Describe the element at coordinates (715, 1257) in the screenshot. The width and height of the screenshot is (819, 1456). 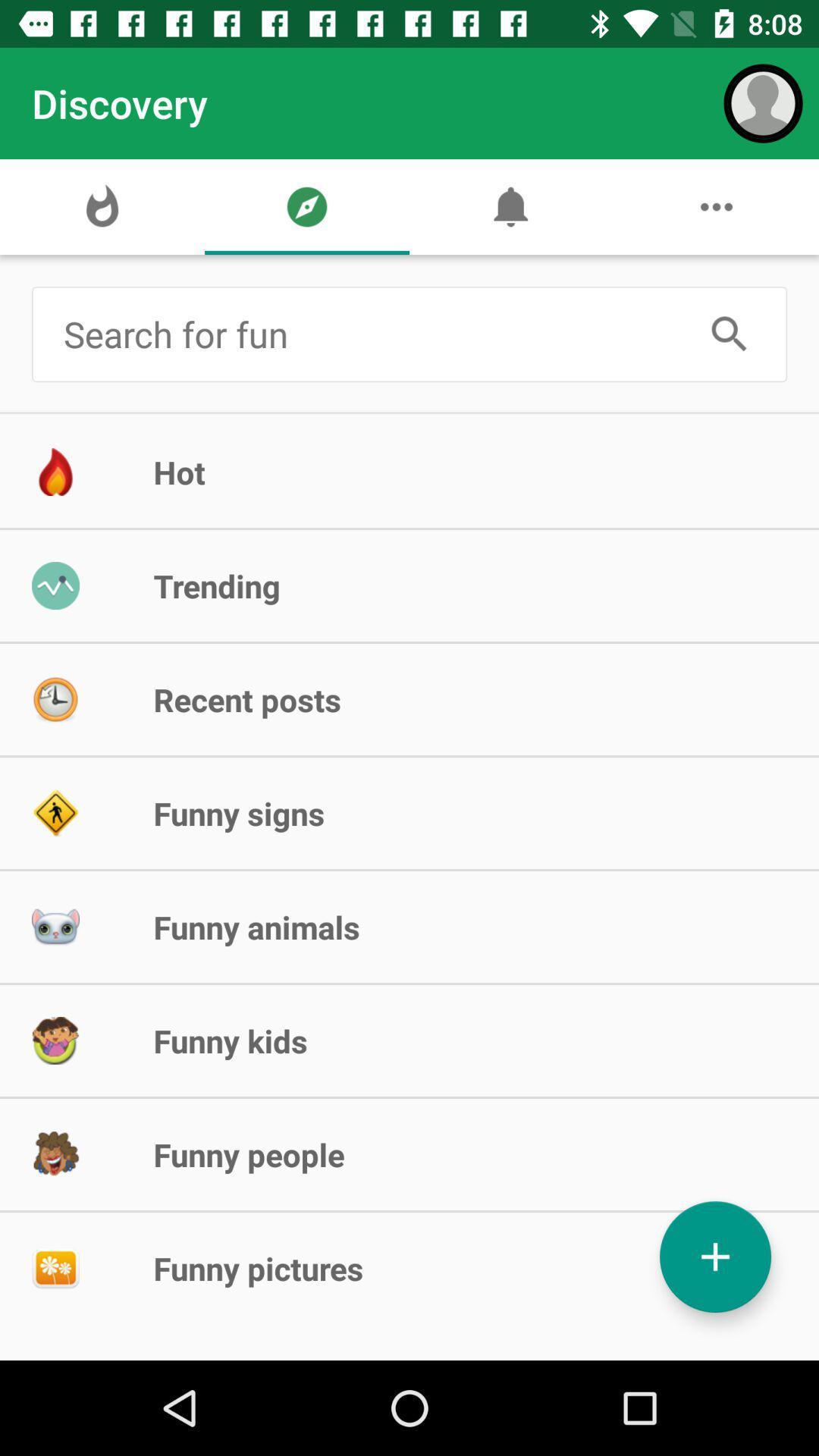
I see `category` at that location.